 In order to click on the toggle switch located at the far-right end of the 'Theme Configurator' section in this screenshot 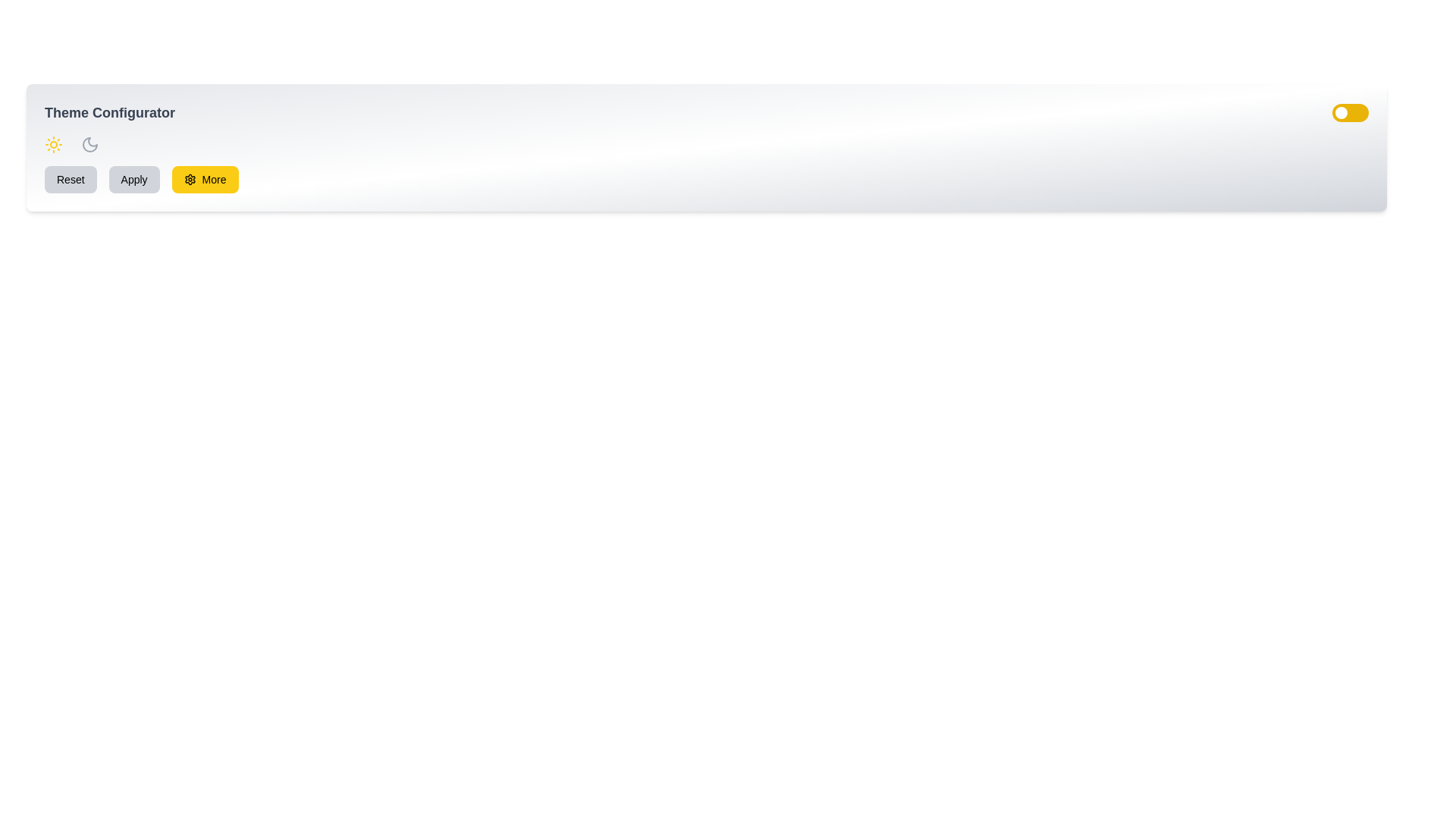, I will do `click(1350, 112)`.